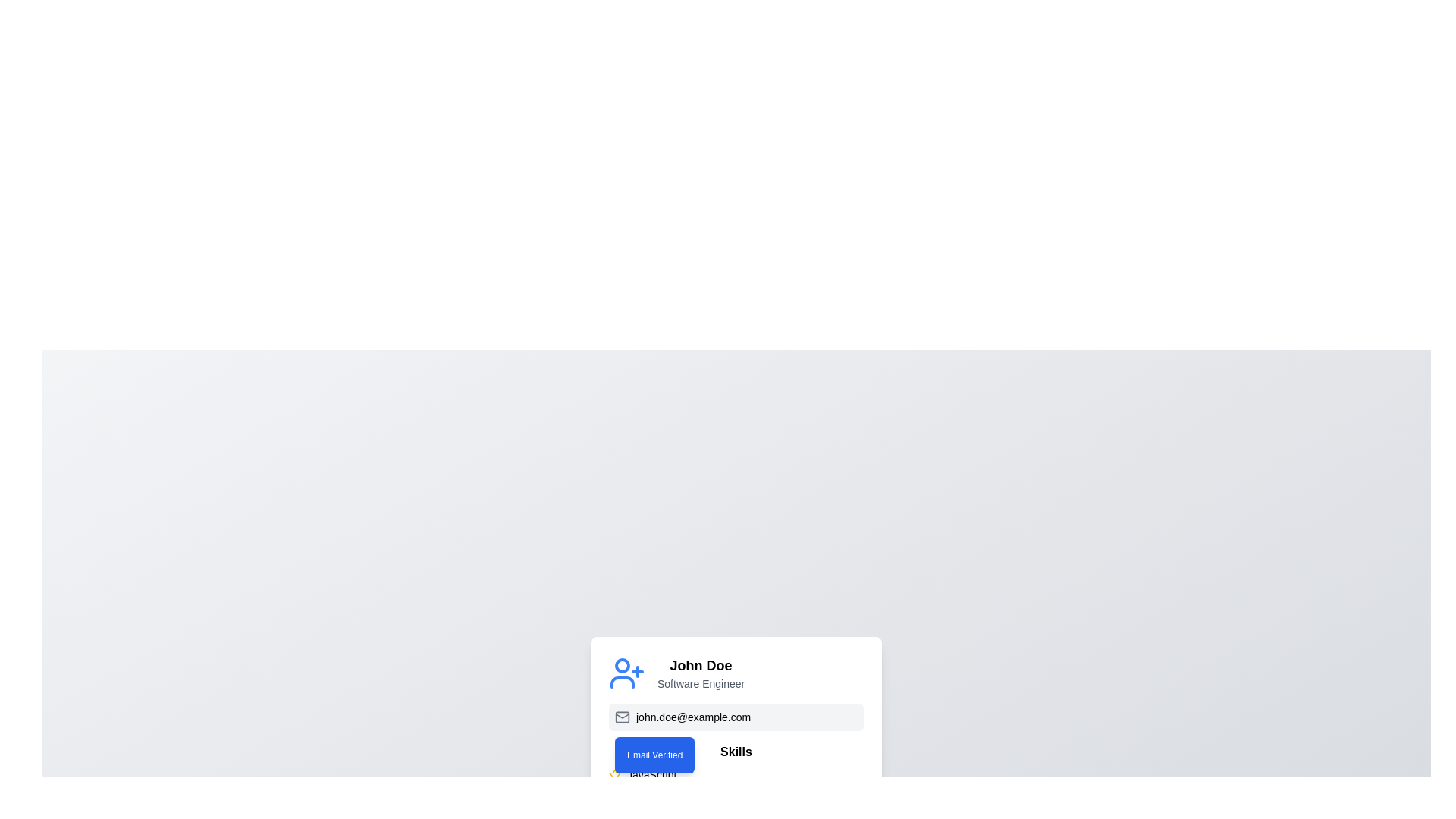 The width and height of the screenshot is (1456, 819). I want to click on the Status Indicator or Badge that confirms the verification of the email address 'john.doe@example.com', so click(654, 755).